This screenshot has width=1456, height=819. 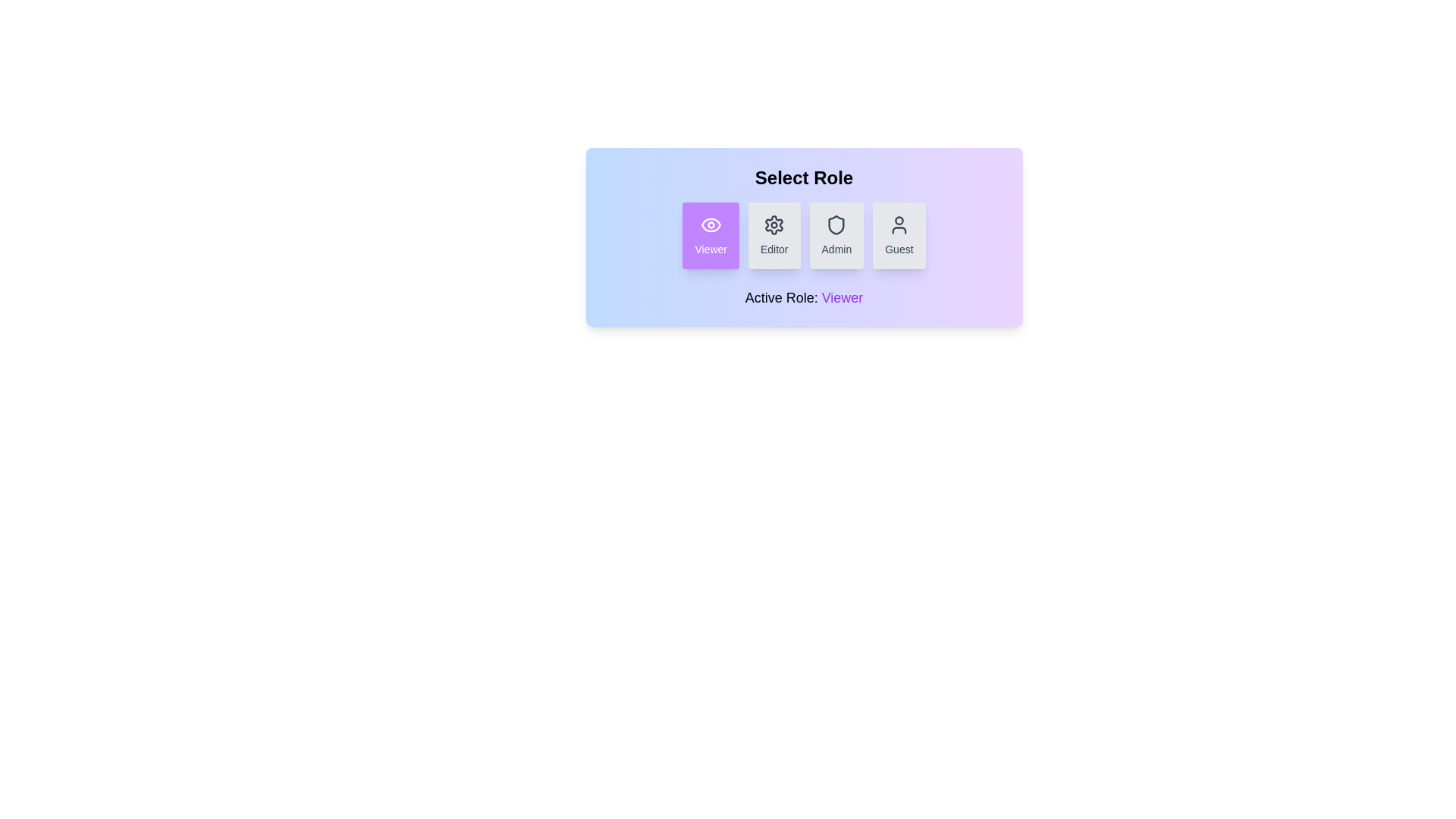 I want to click on the role Guest by clicking the corresponding button, so click(x=899, y=236).